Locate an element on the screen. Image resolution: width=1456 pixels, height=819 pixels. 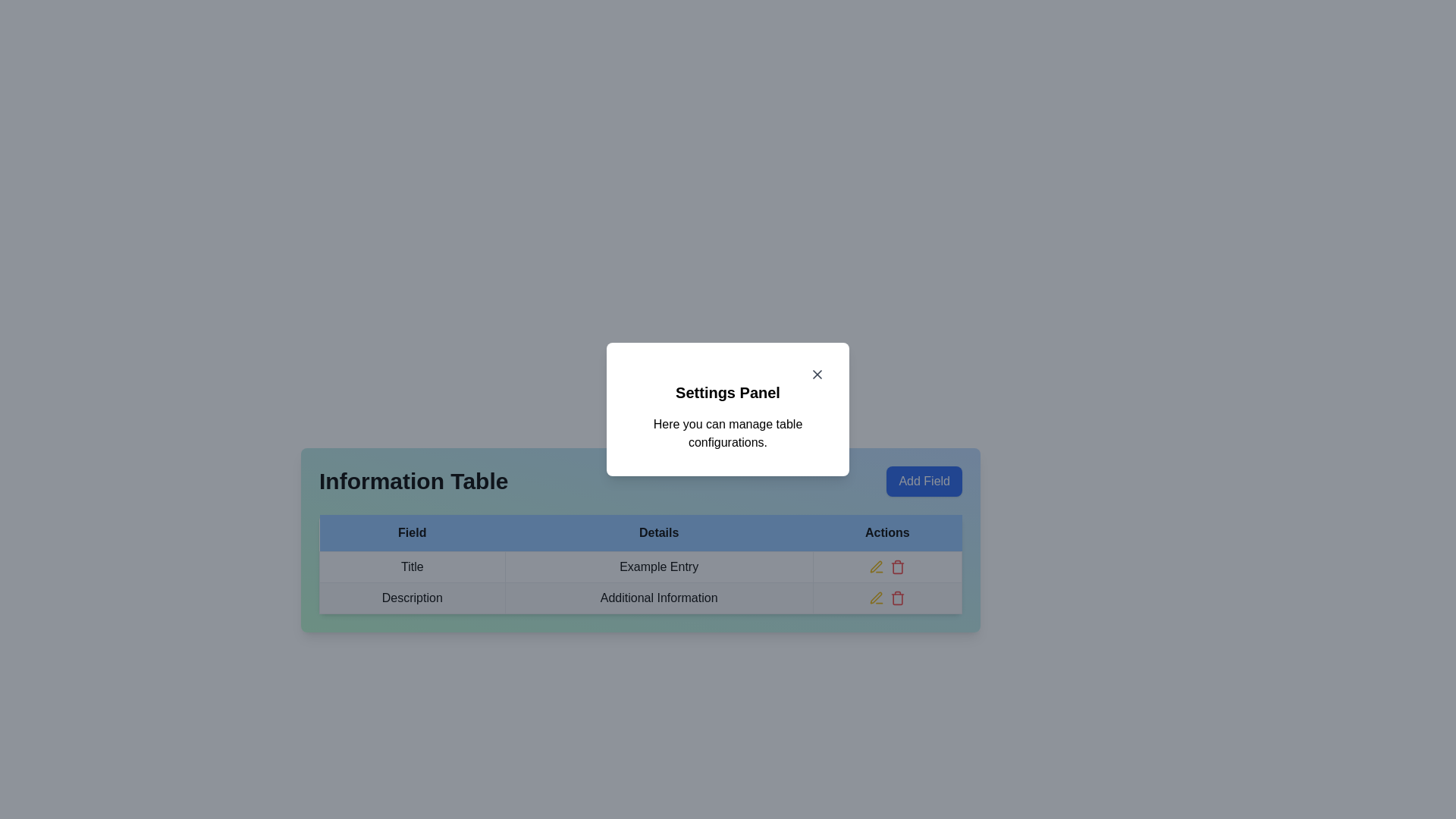
the static informational cell in the second column of the first data row in the table, which represents a detail entry is located at coordinates (659, 567).